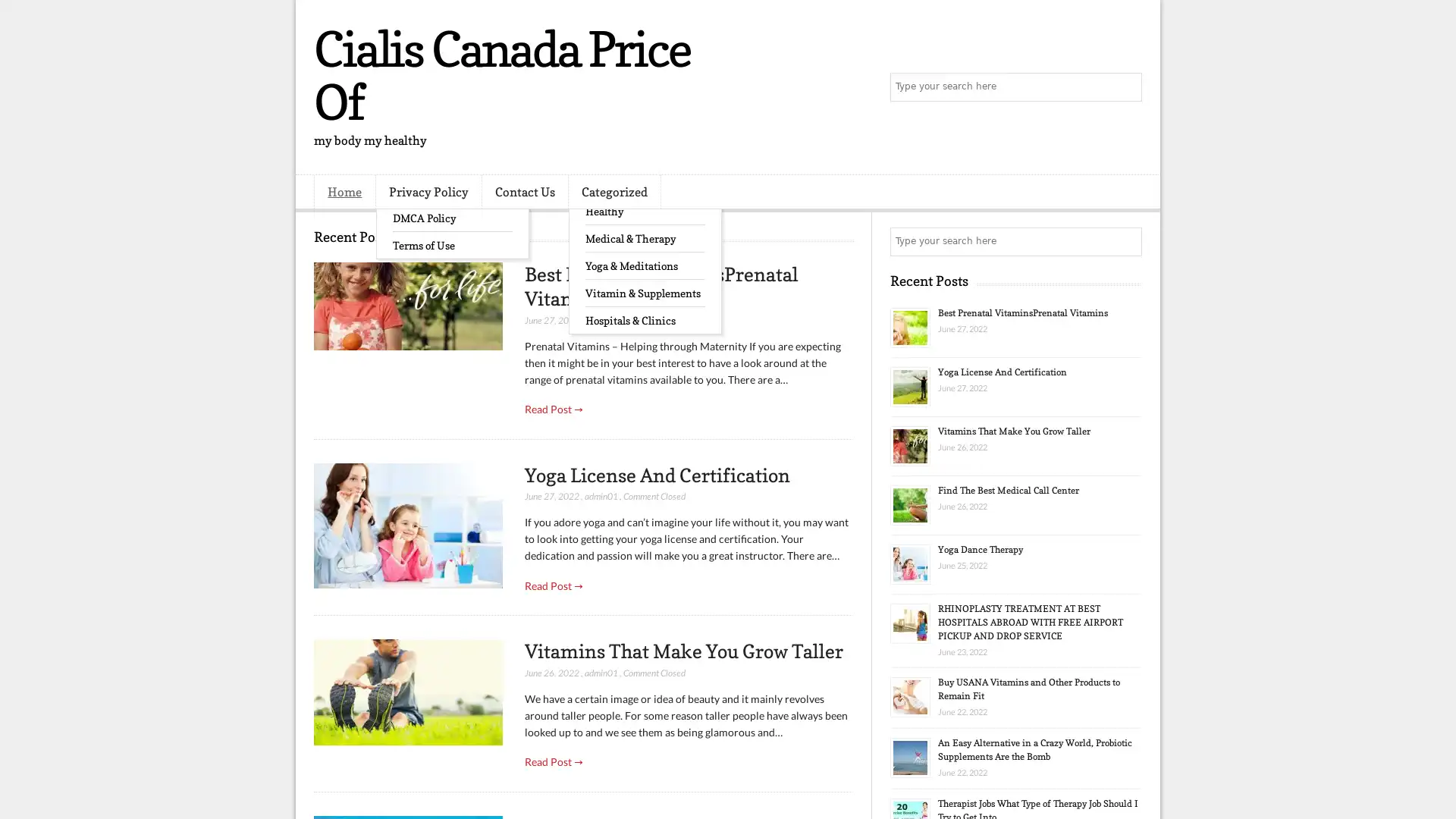  What do you see at coordinates (1126, 241) in the screenshot?
I see `Search` at bounding box center [1126, 241].